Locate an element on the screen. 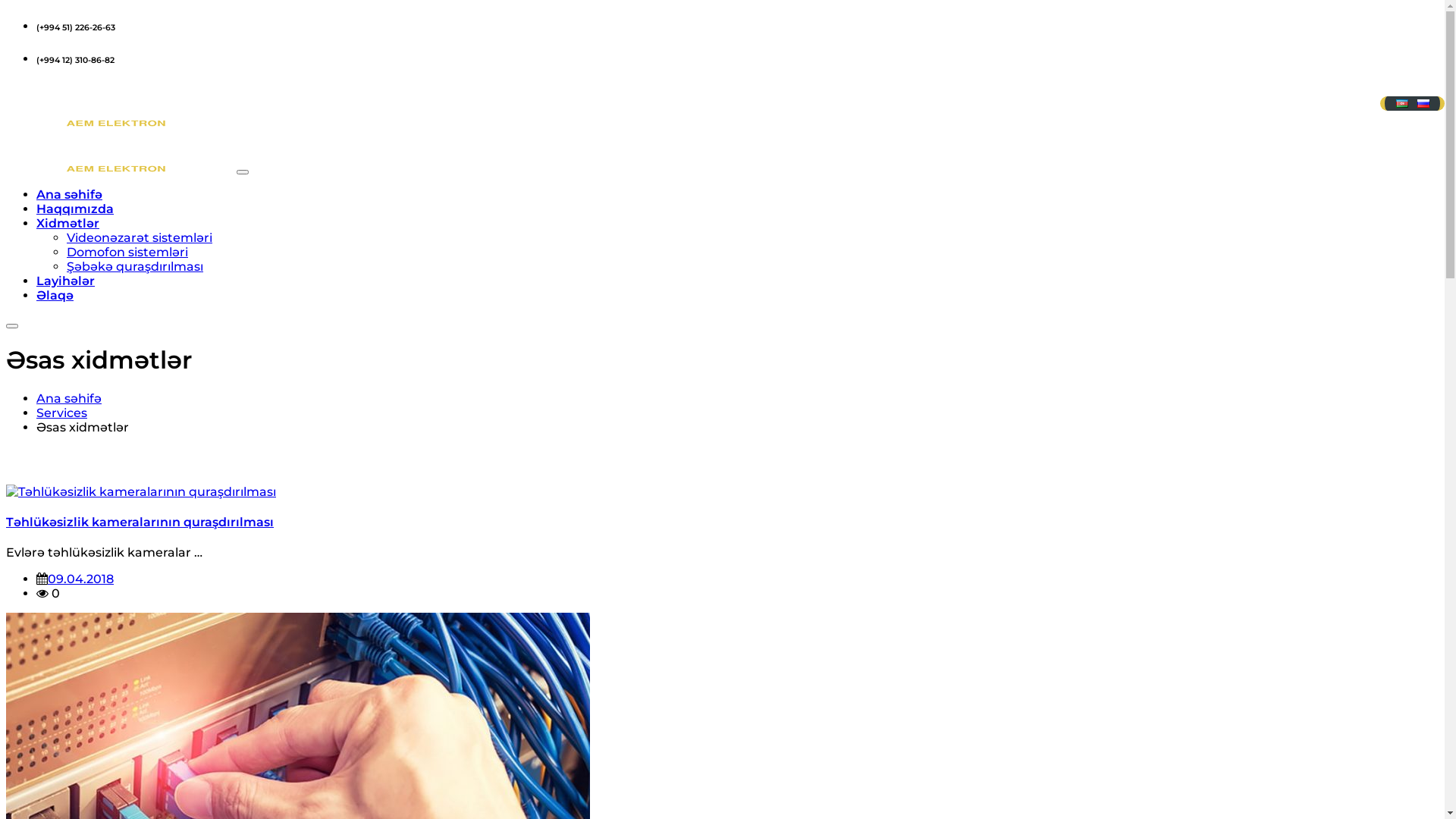 The height and width of the screenshot is (819, 1456). 'Services' is located at coordinates (61, 413).